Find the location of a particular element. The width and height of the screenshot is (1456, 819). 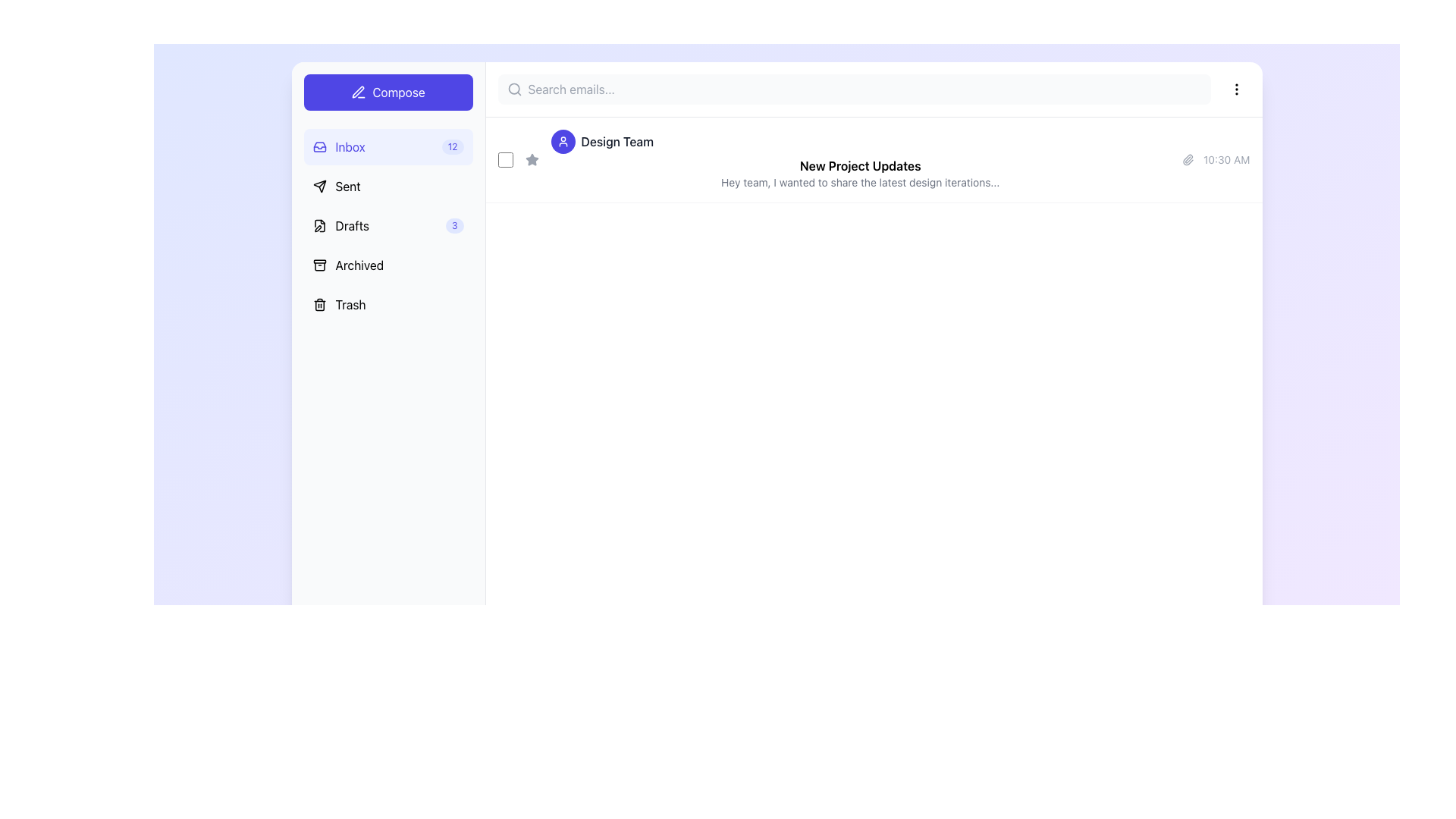

the 'Sent' folder text label located in the second position of the vertical list on the left sidebar of the email application is located at coordinates (347, 186).